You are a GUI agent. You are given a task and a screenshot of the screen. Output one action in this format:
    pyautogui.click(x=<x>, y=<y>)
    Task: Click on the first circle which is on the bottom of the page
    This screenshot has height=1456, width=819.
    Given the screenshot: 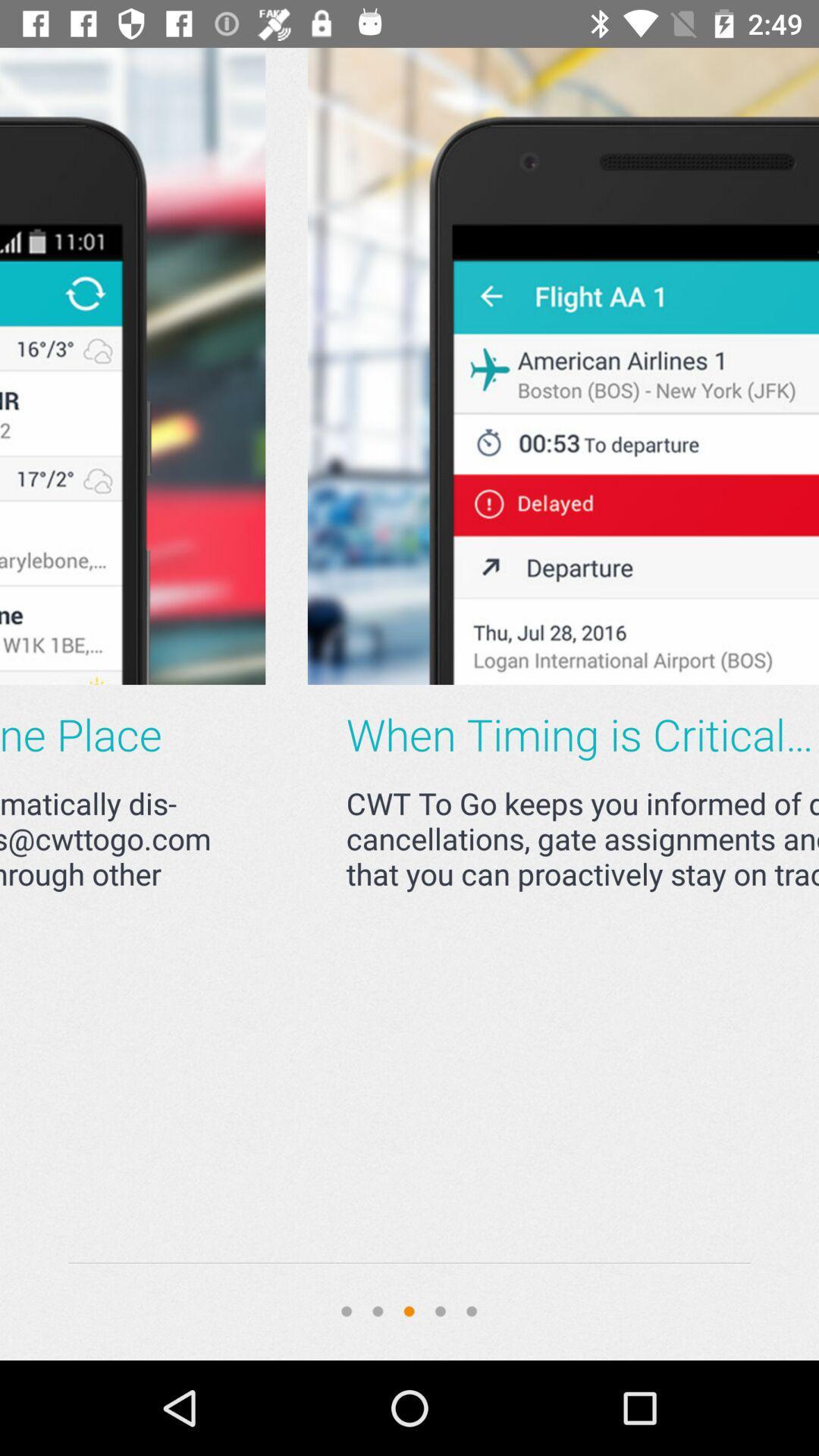 What is the action you would take?
    pyautogui.click(x=346, y=1310)
    